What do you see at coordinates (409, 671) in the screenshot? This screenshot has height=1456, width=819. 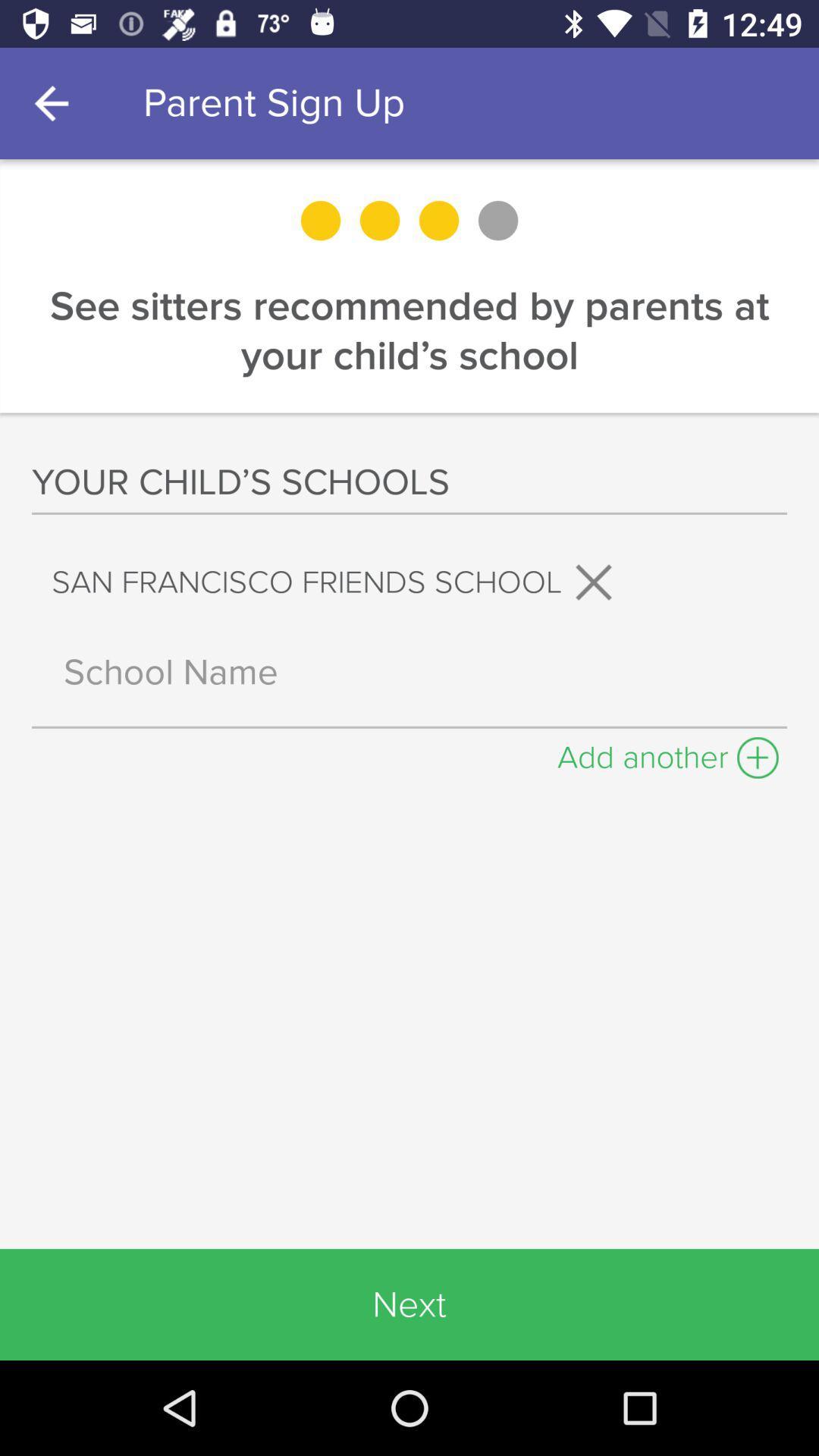 I see `input school name` at bounding box center [409, 671].